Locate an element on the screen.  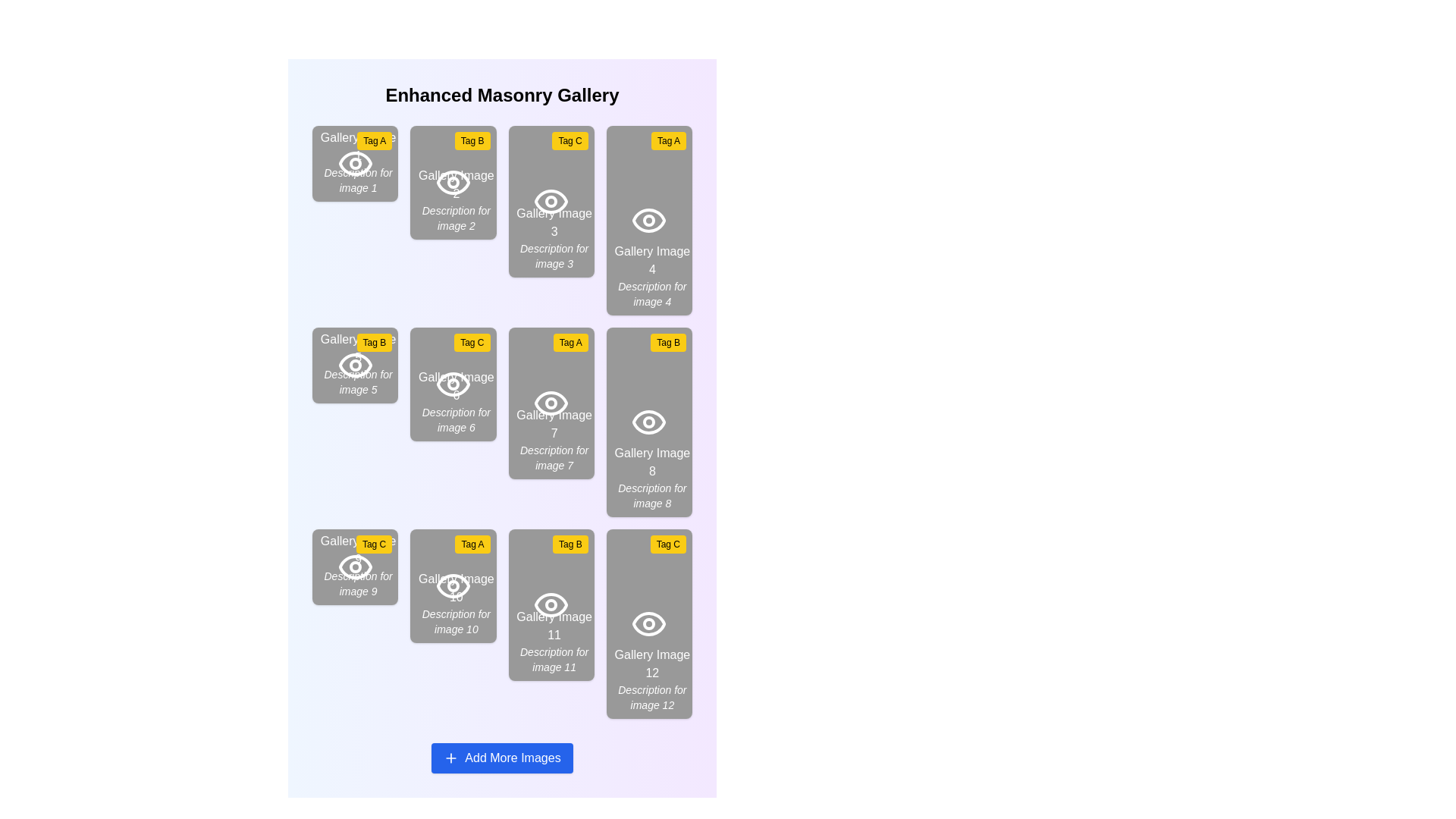
the decorative circular detail inside the eye icon representing the pupil for 'Gallery Image 6' located in the second row and third column of the grid layout is located at coordinates (452, 383).